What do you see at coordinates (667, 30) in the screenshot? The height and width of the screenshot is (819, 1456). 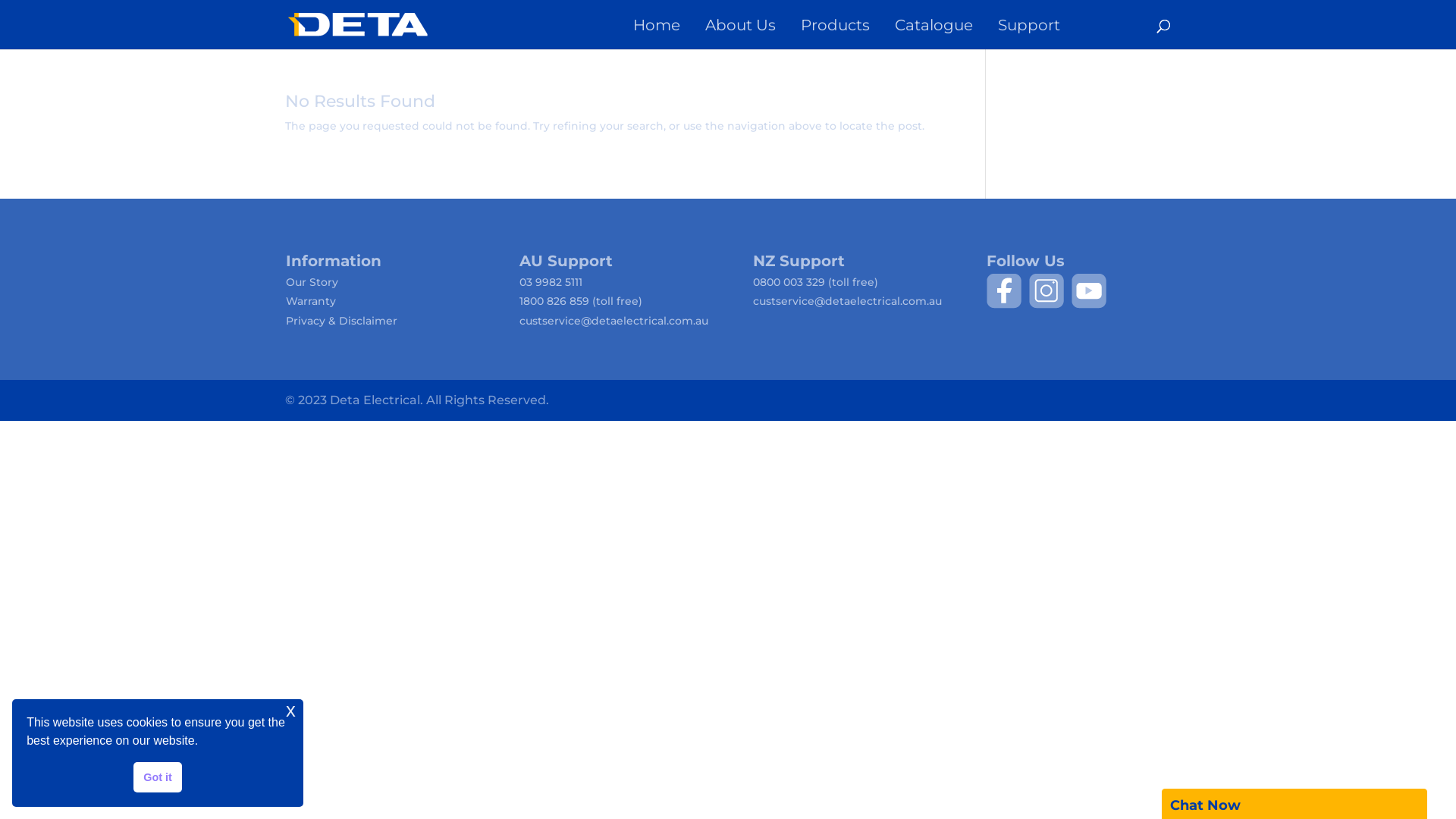 I see `'Home'` at bounding box center [667, 30].